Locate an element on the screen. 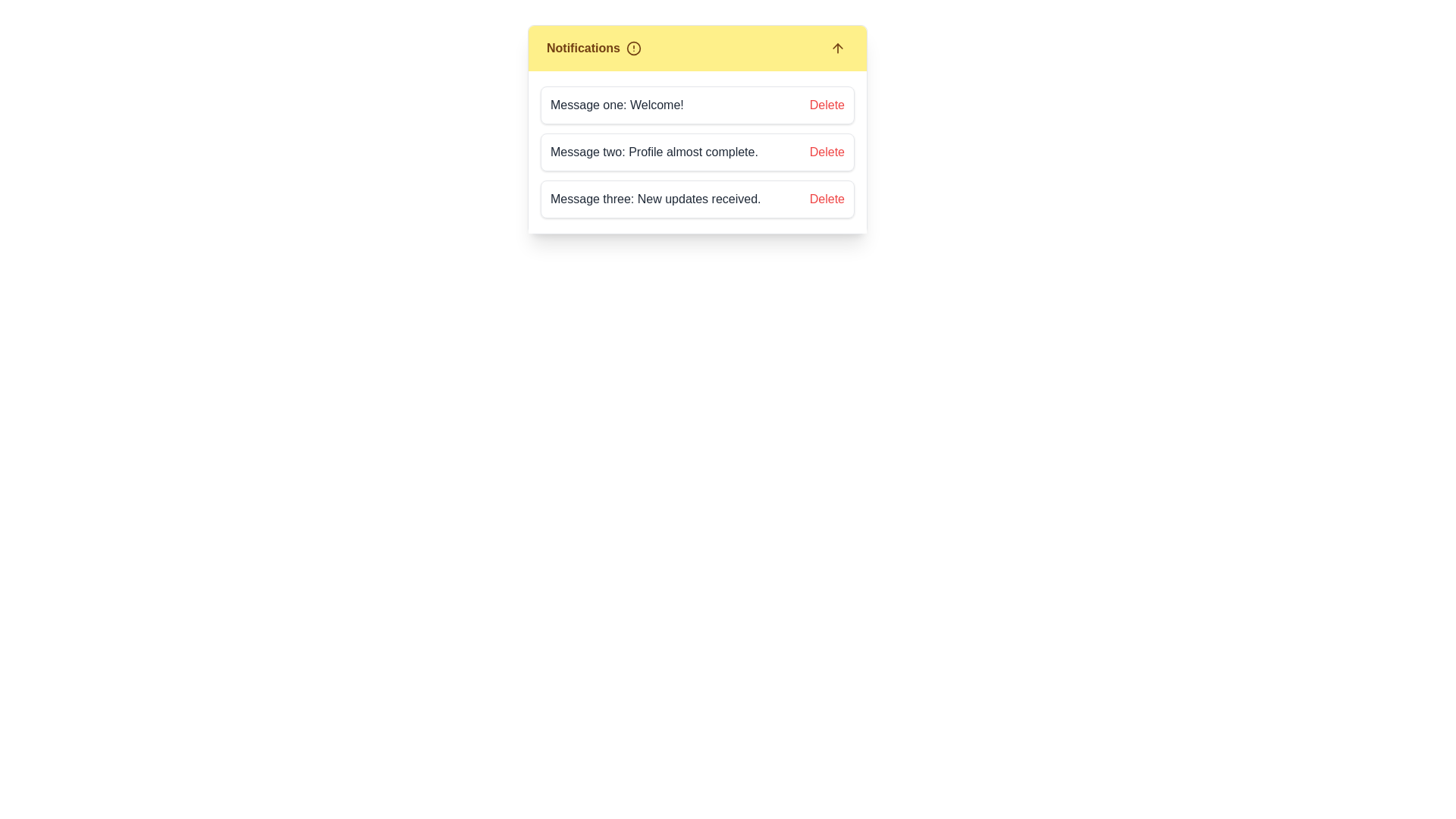  the Text label that serves as the title for the notifications dropdown section, located at the top-left corner of the yellow header is located at coordinates (593, 48).